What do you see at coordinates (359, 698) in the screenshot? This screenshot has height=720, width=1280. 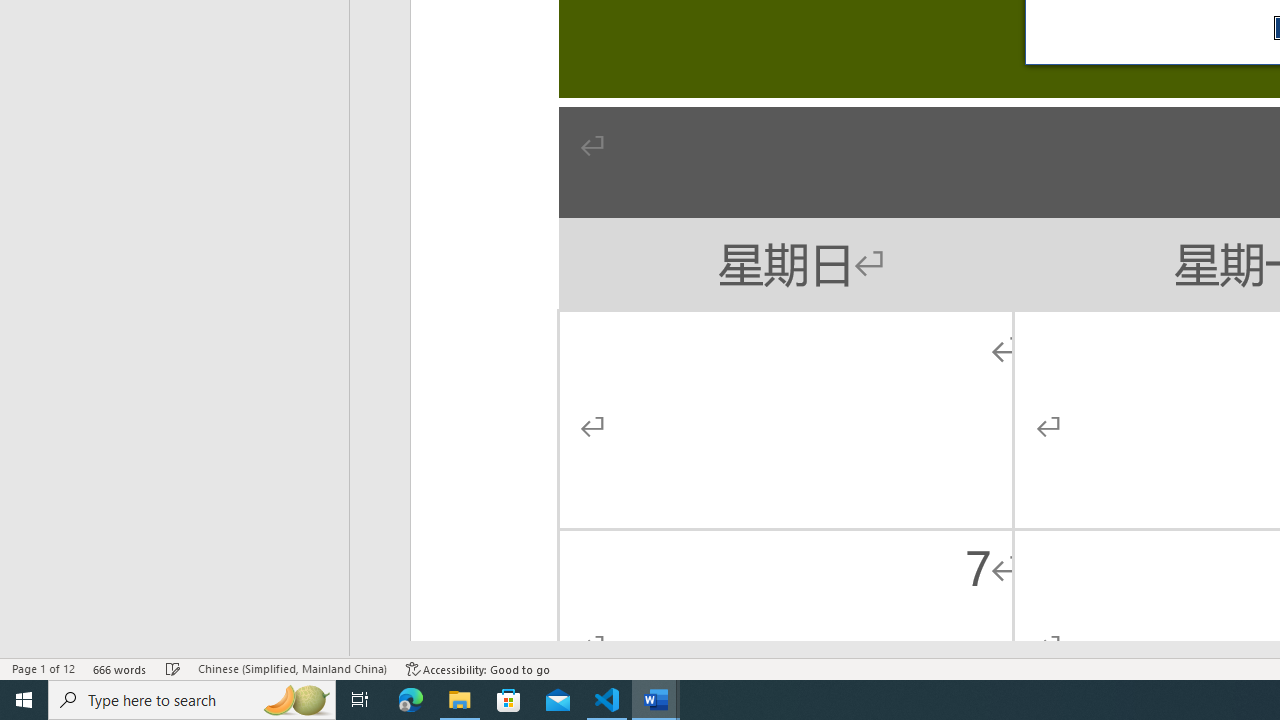 I see `'Task View'` at bounding box center [359, 698].